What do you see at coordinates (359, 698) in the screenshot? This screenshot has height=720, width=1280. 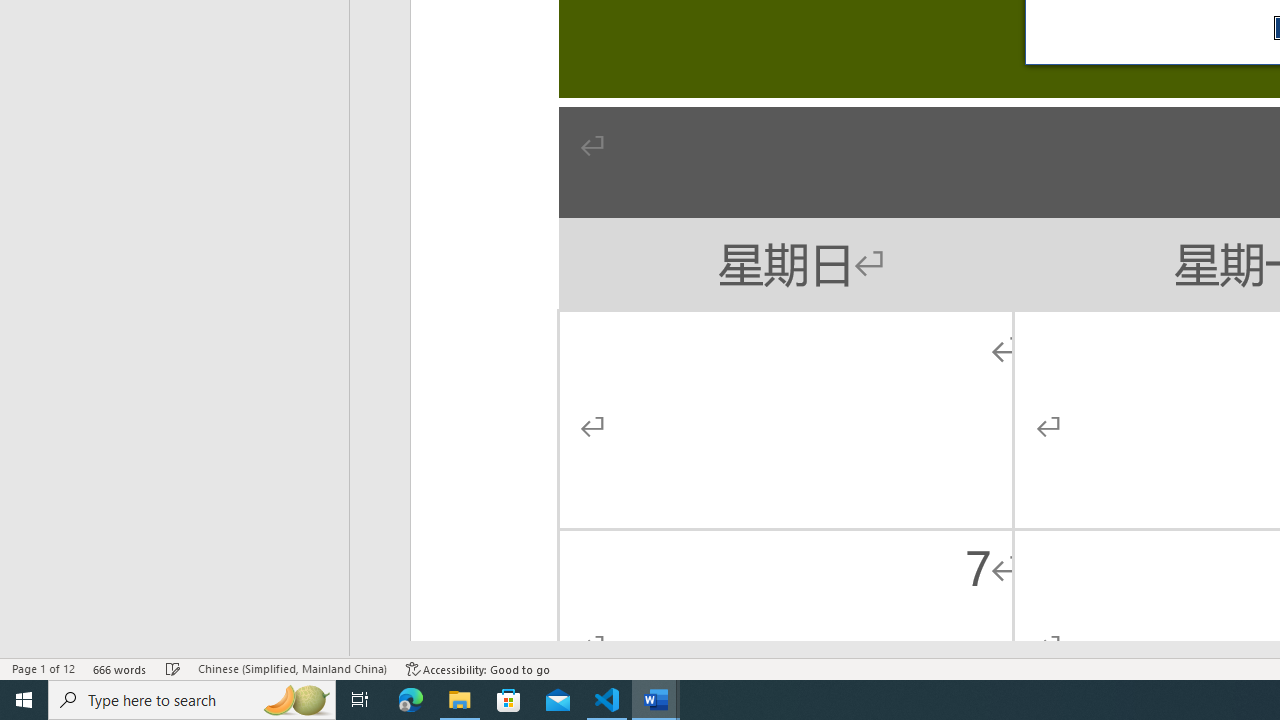 I see `'Task View'` at bounding box center [359, 698].